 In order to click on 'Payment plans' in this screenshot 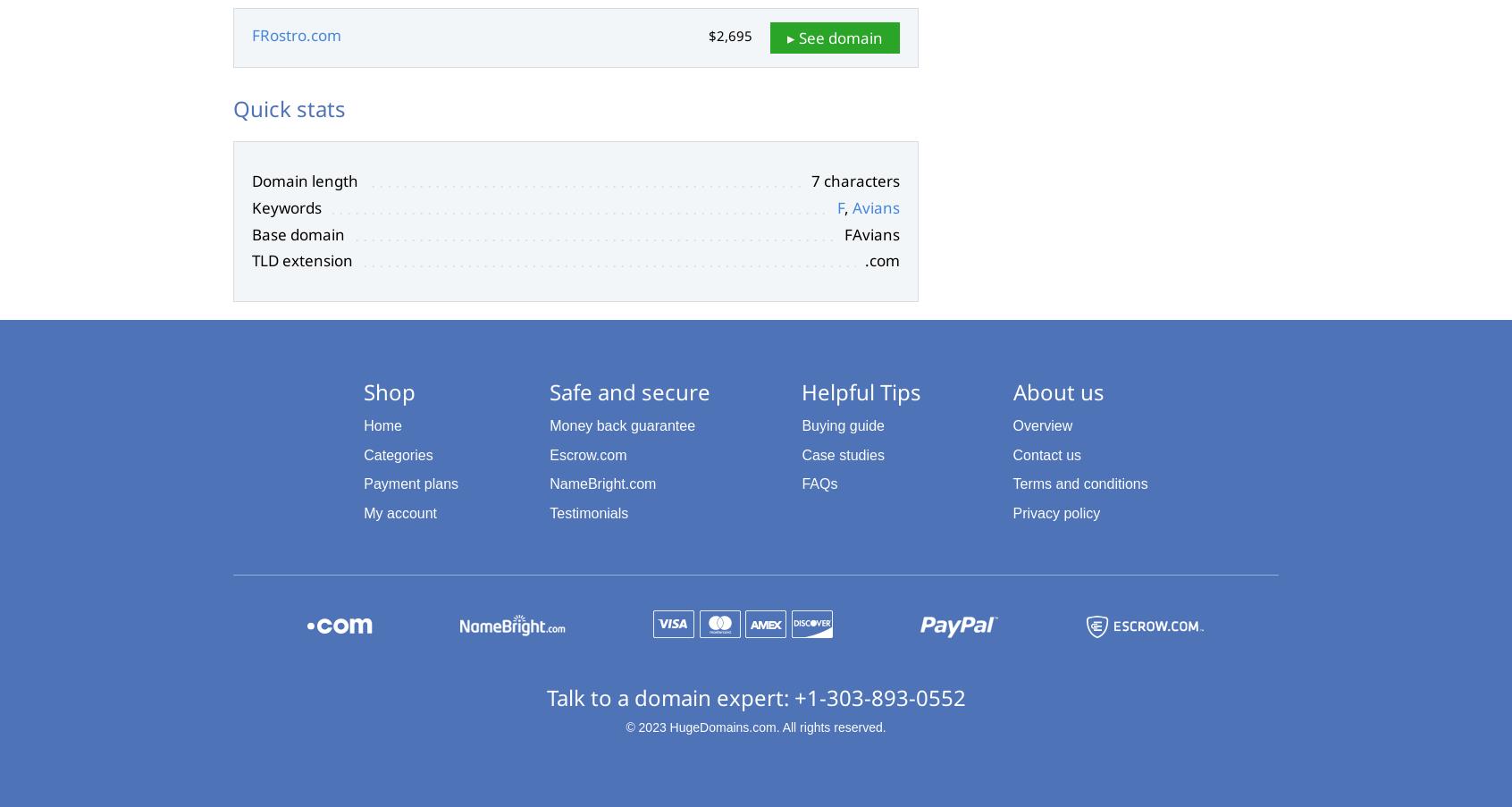, I will do `click(410, 483)`.